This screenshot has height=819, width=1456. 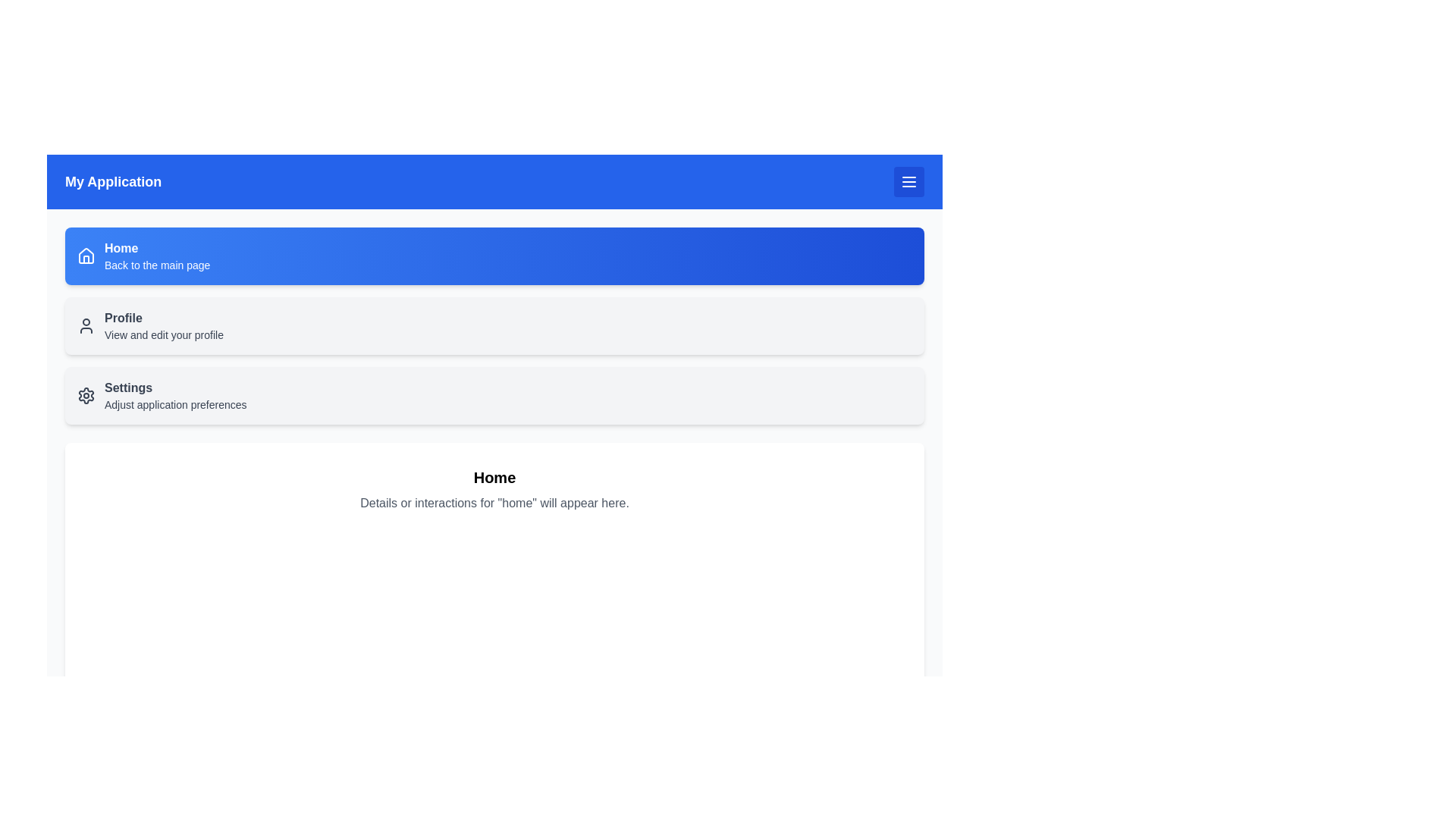 I want to click on the context descriptor text label located below the 'Profile' section in the menu-style navigation to understand its functionality, so click(x=164, y=334).